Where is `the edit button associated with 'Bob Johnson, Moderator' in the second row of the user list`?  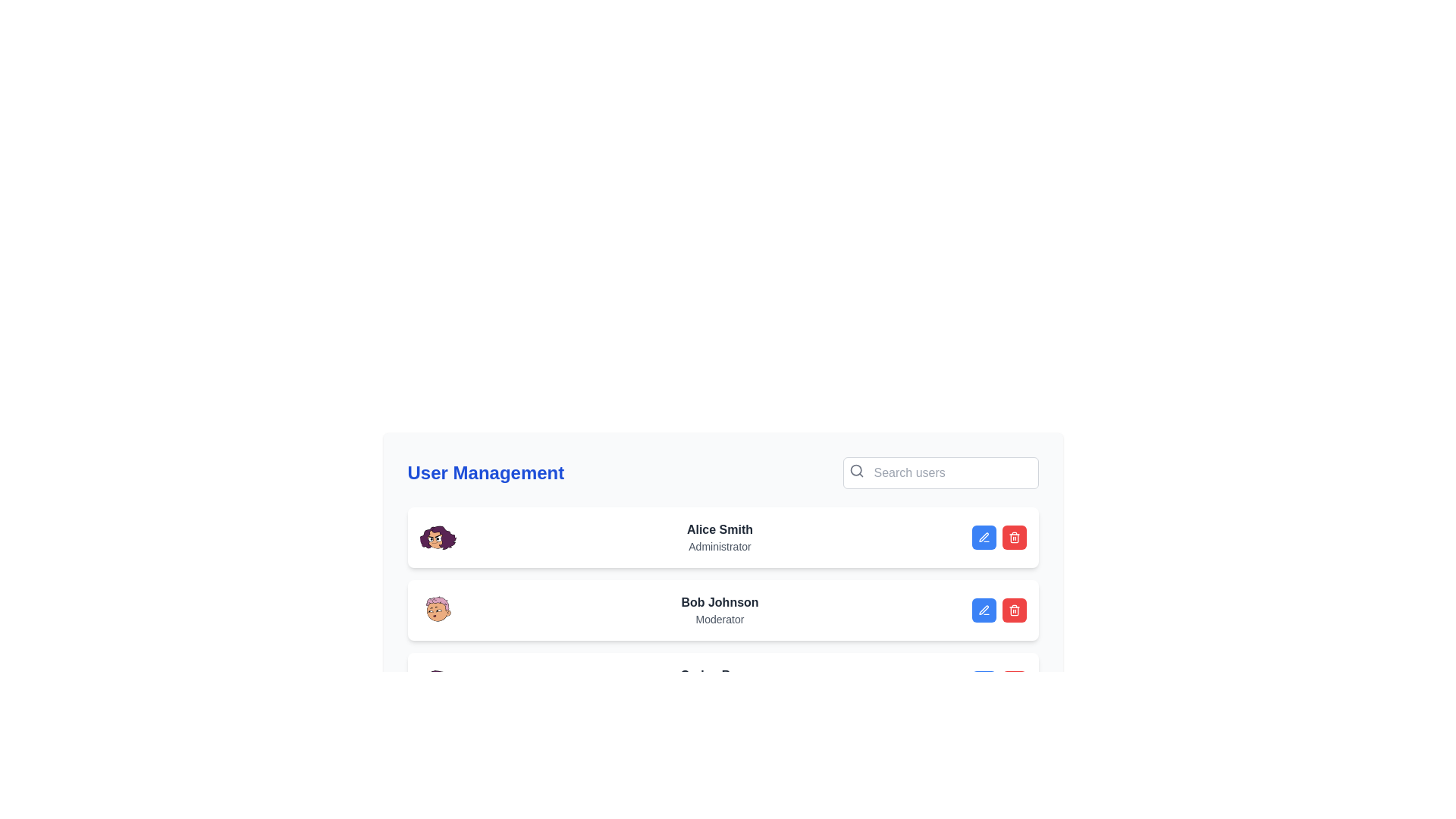 the edit button associated with 'Bob Johnson, Moderator' in the second row of the user list is located at coordinates (984, 610).